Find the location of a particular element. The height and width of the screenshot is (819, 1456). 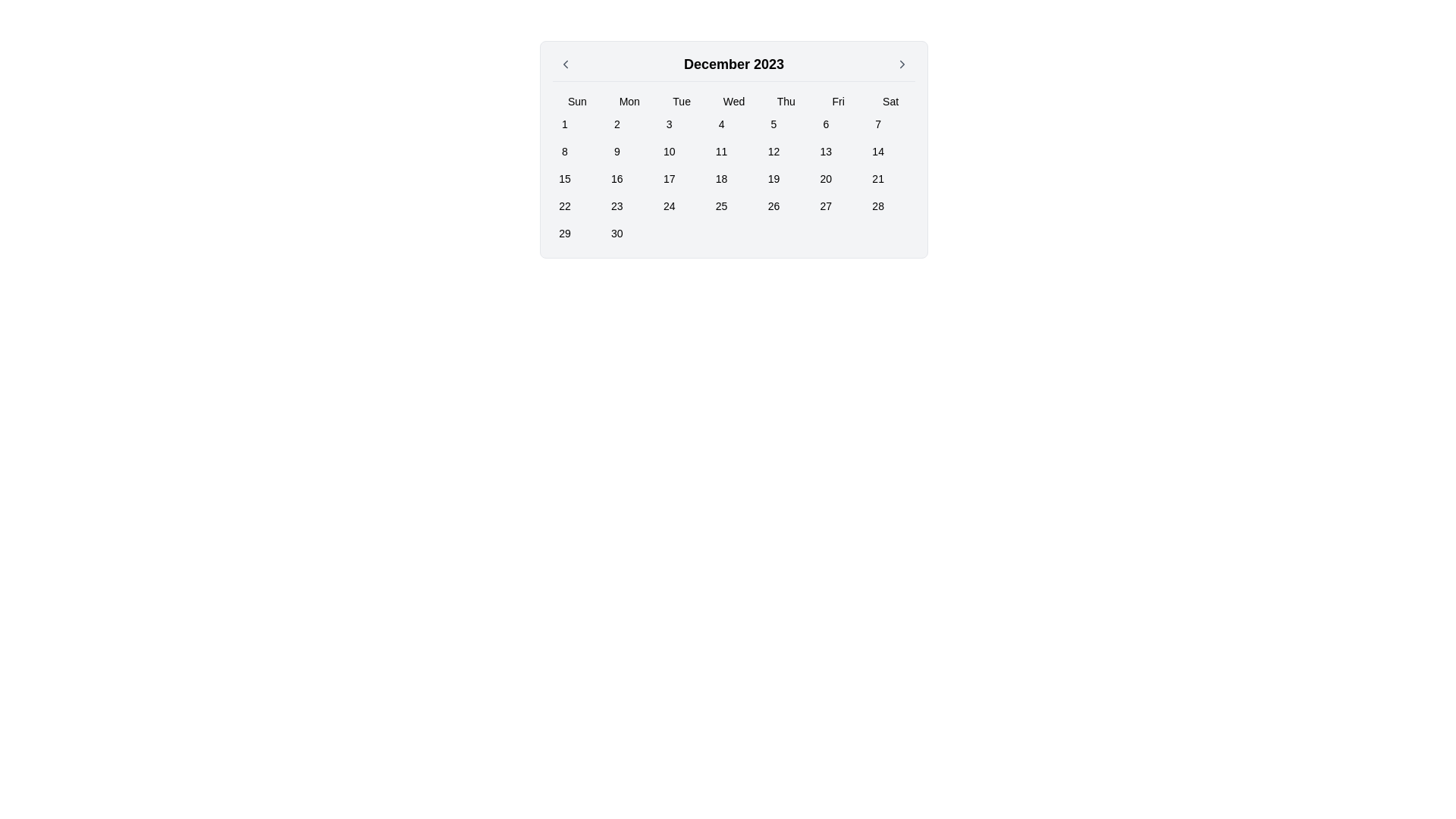

the button that allows users to select the date '26' in the calendar grid, located under the 'Thu' header is located at coordinates (773, 206).